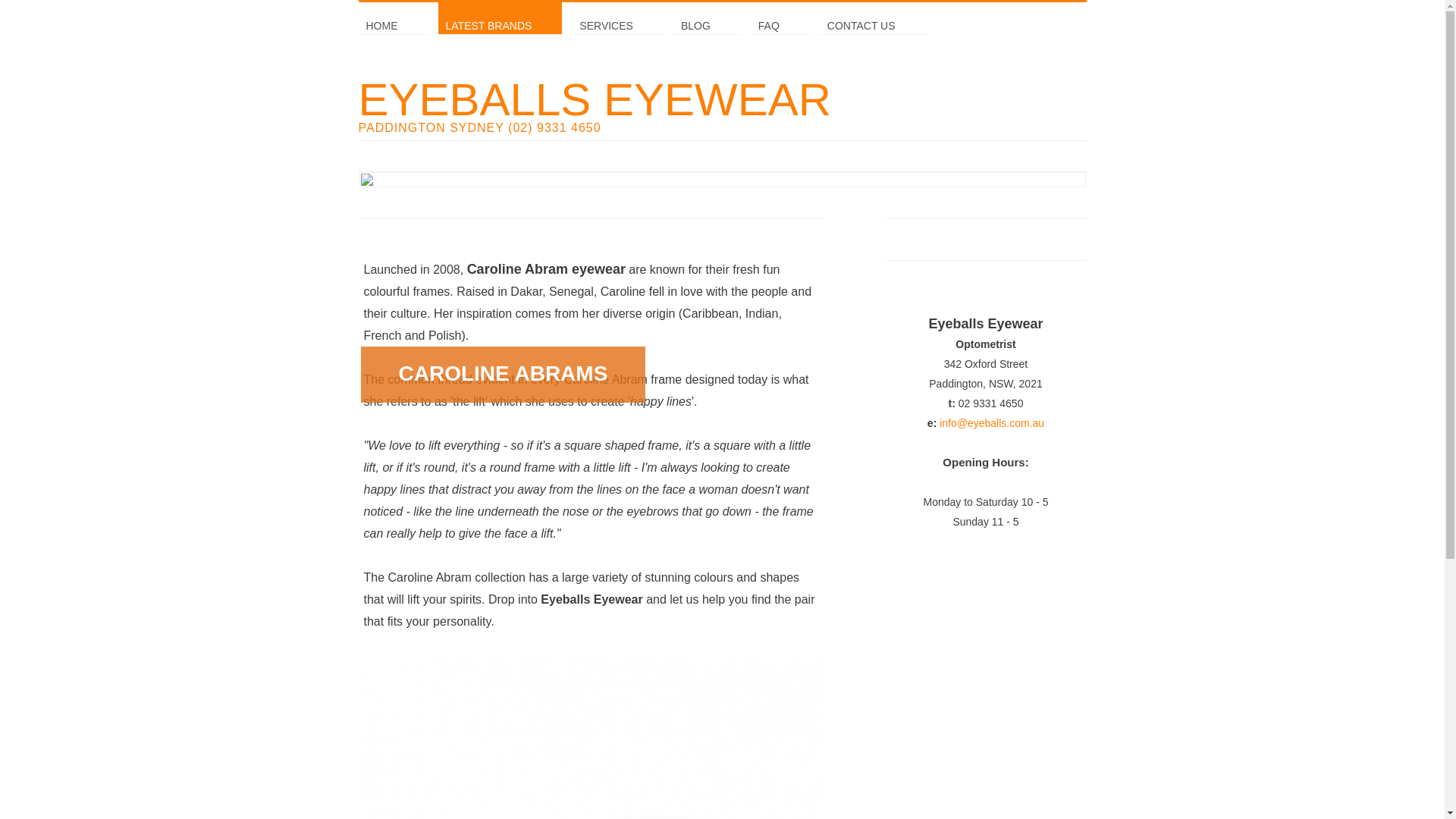 The height and width of the screenshot is (819, 1456). I want to click on 'info@eyeballs.com.au', so click(991, 423).